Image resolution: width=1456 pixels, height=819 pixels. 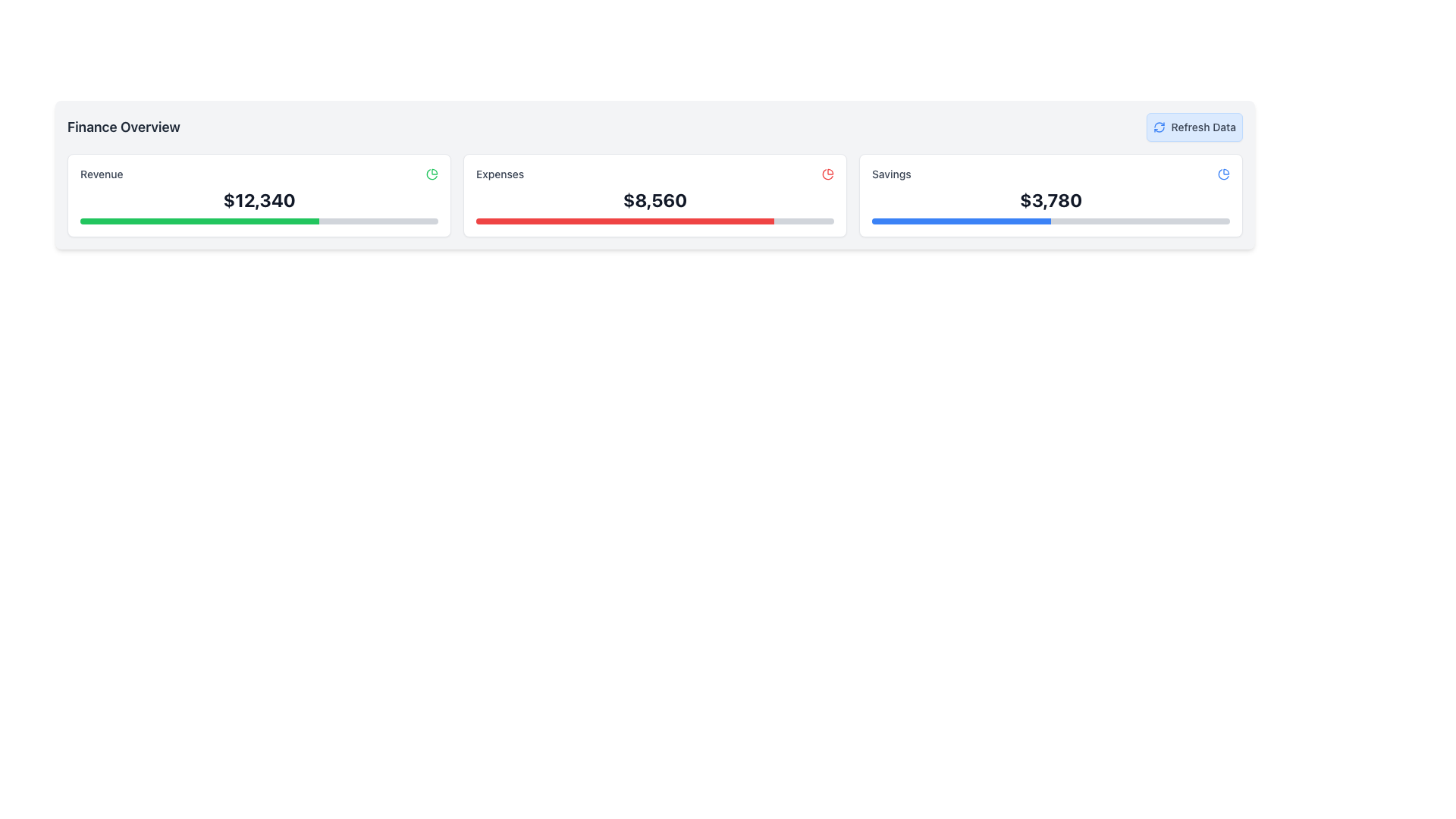 I want to click on the refresh icon located in the 'Refresh Data' button at the top-right corner of the interface, so click(x=1158, y=127).